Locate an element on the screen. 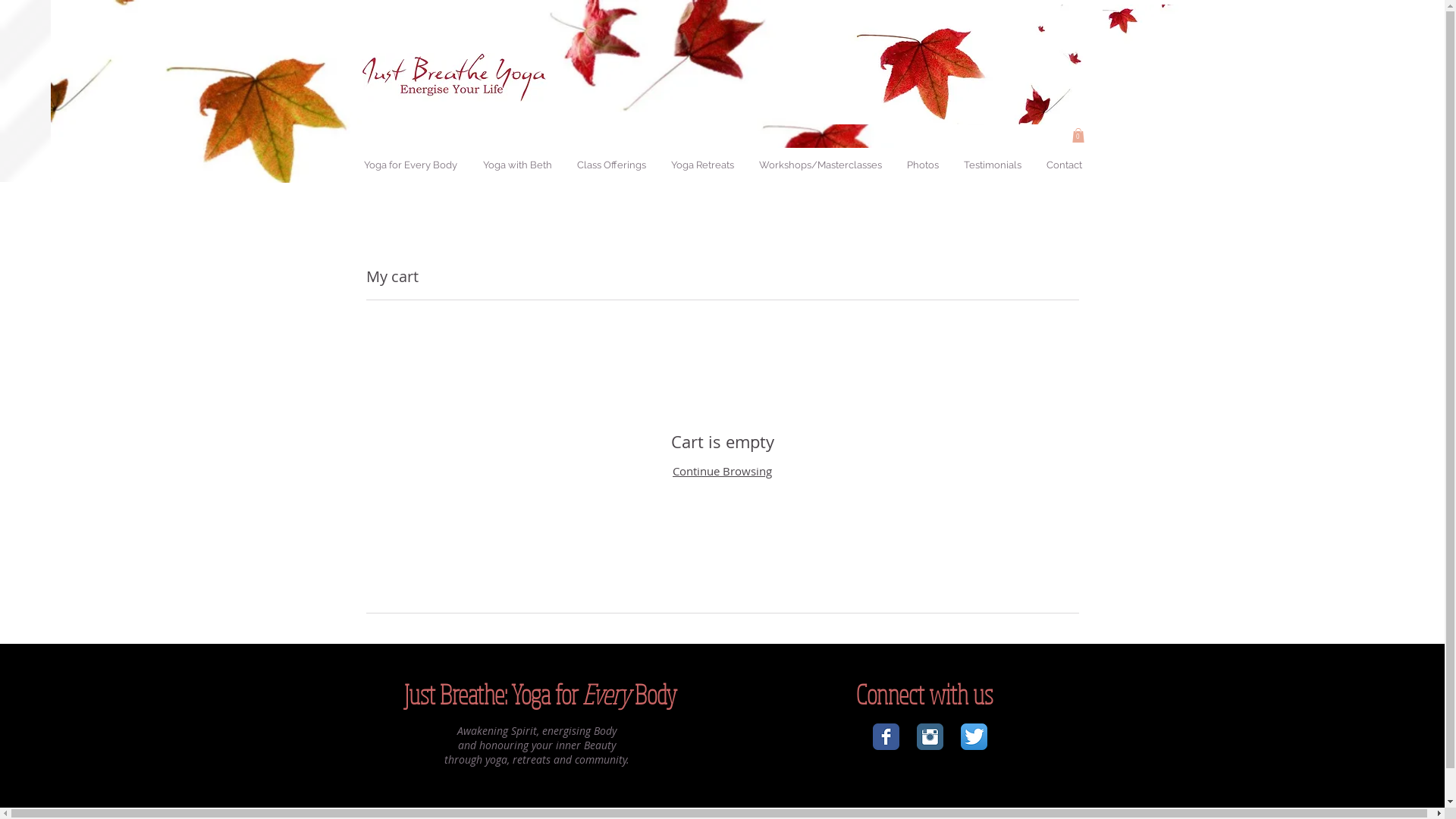  'Testimonials' is located at coordinates (992, 165).